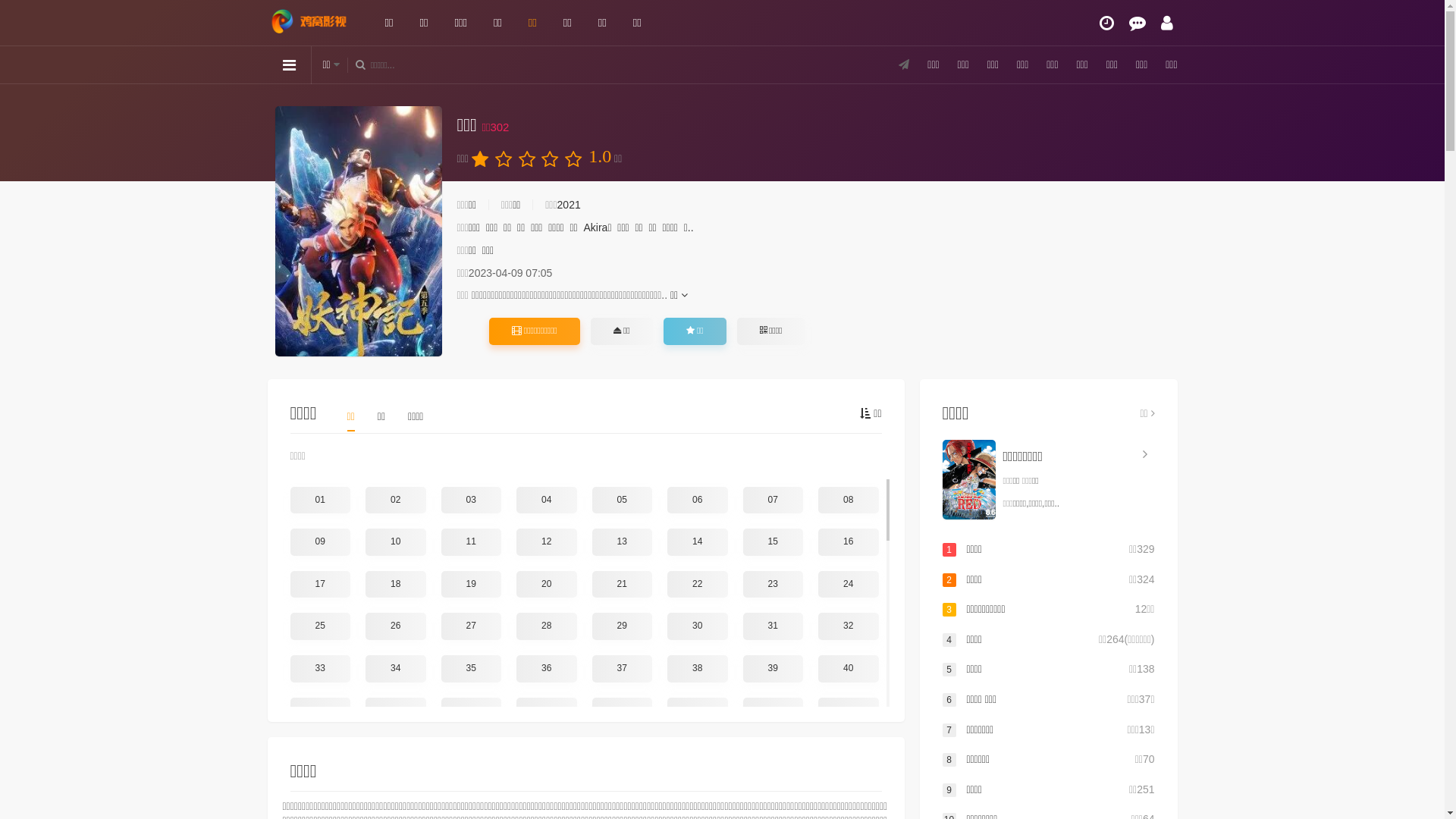 This screenshot has height=819, width=1456. I want to click on '18', so click(365, 584).